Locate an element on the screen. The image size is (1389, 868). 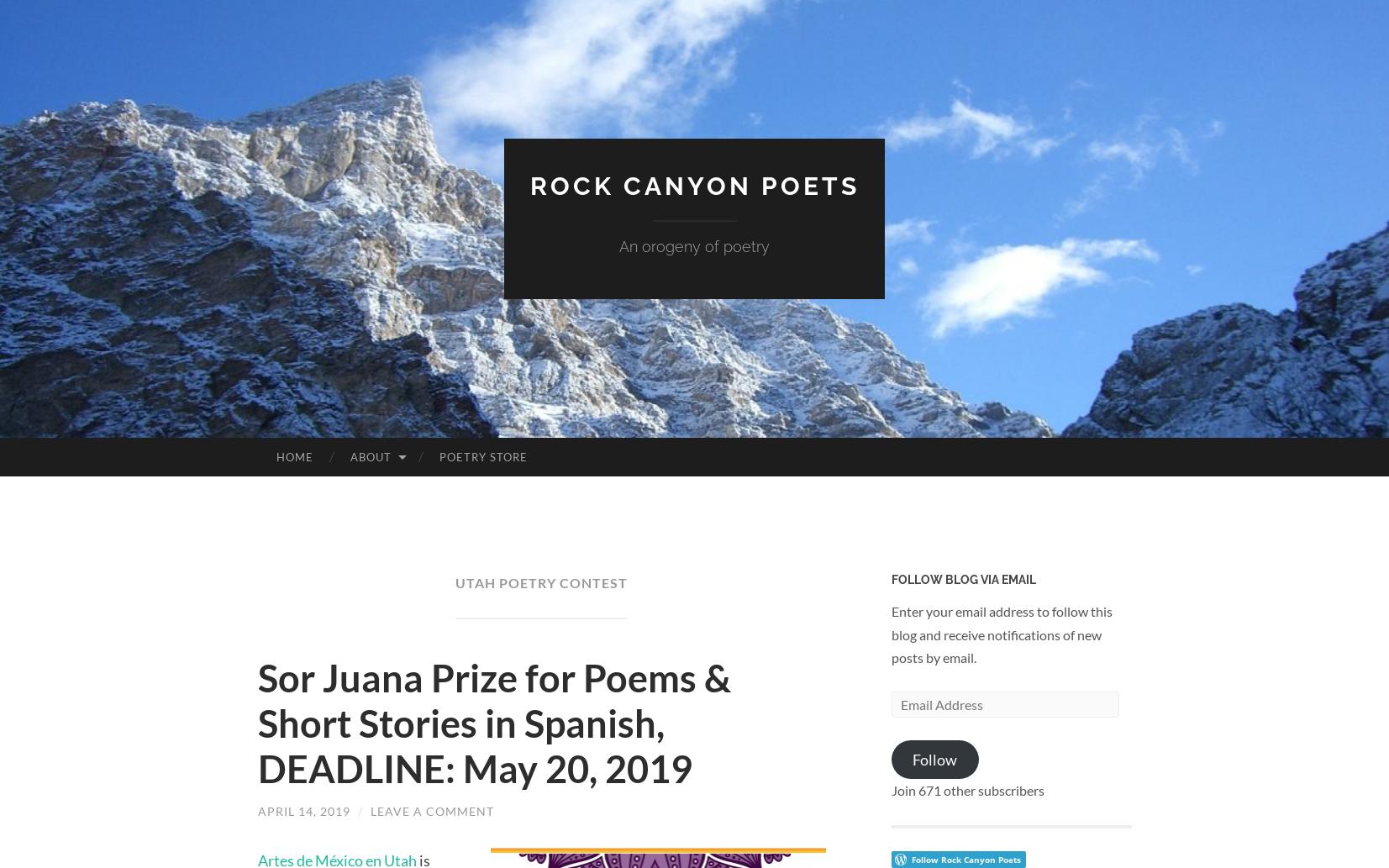
'Enter your email address to follow this blog and receive notifications of new posts by email.' is located at coordinates (1001, 634).